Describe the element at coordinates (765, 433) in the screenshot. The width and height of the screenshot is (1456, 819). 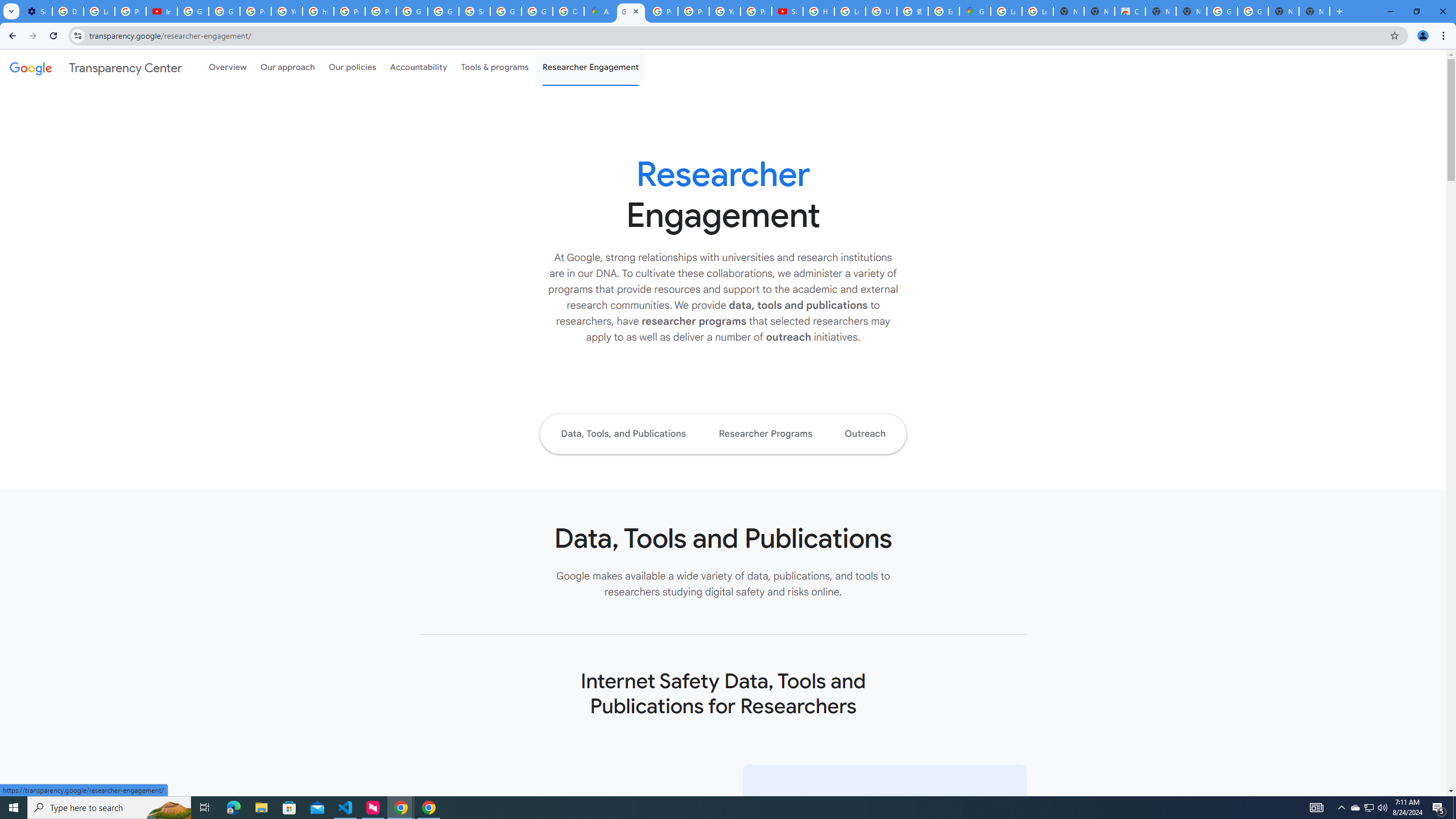
I see `'Researcher Programs'` at that location.